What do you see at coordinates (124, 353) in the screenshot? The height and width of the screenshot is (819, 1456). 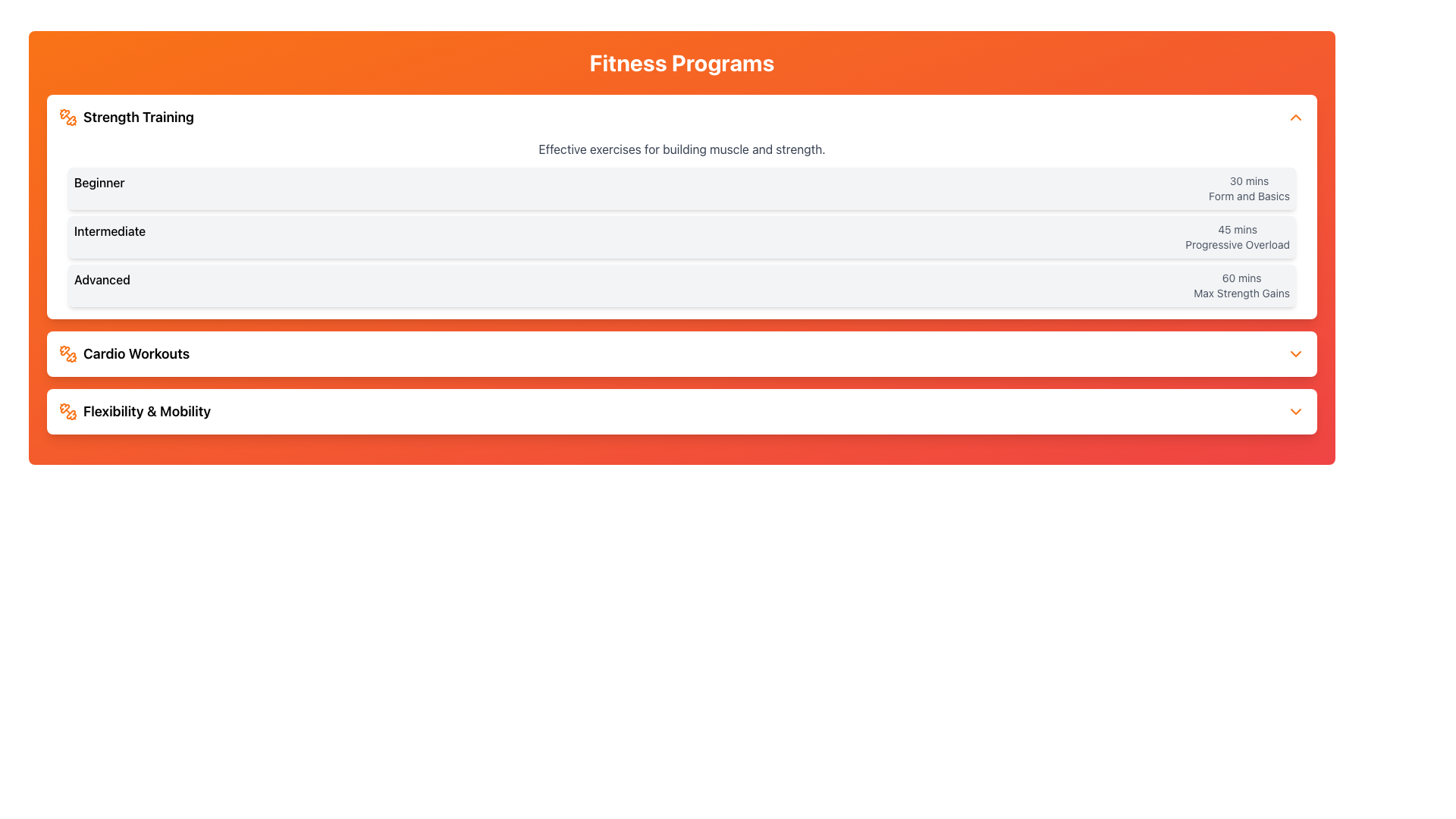 I see `the 'Cardio Workouts' text label with an associated icon` at bounding box center [124, 353].